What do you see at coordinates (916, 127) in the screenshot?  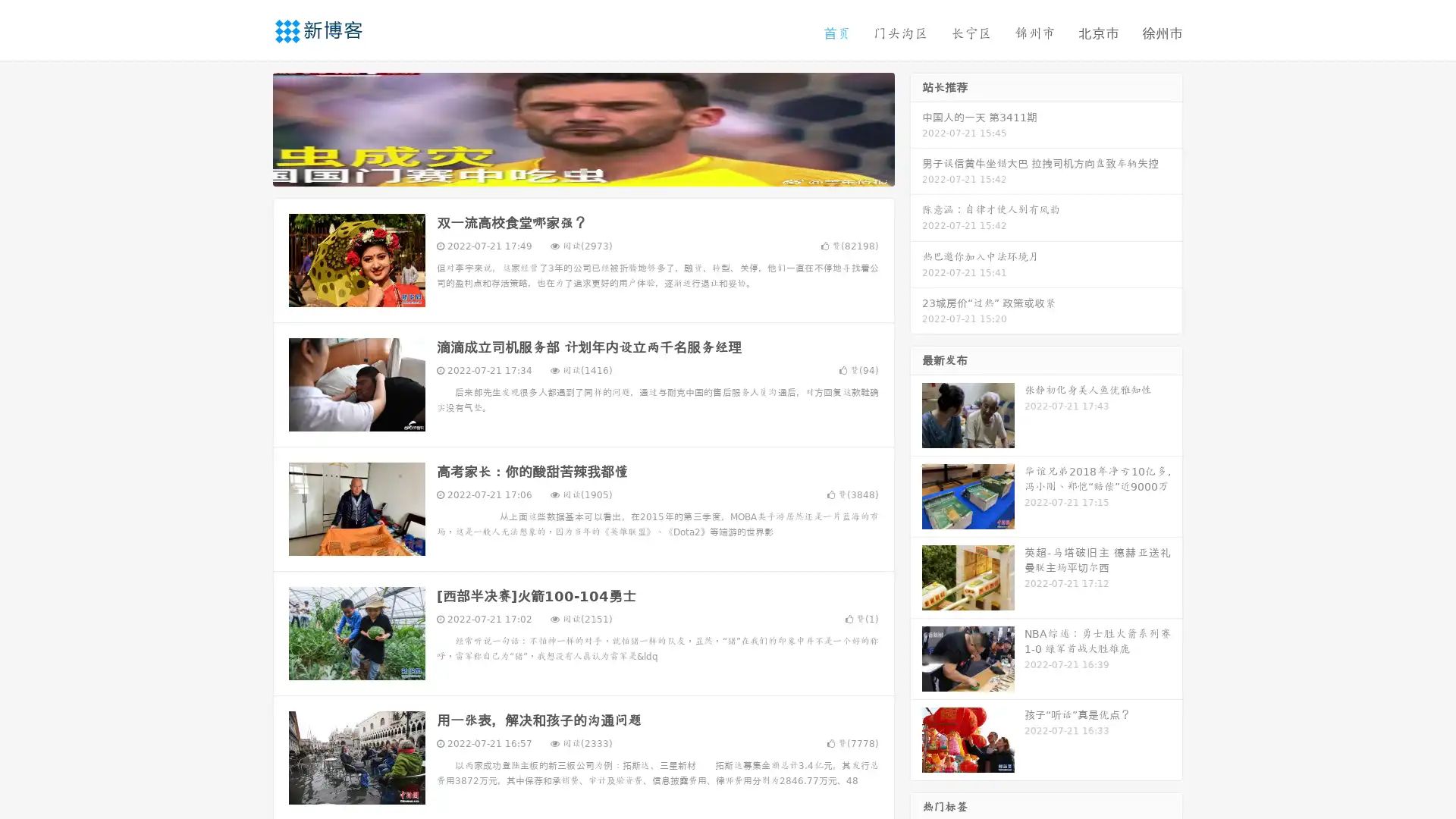 I see `Next slide` at bounding box center [916, 127].